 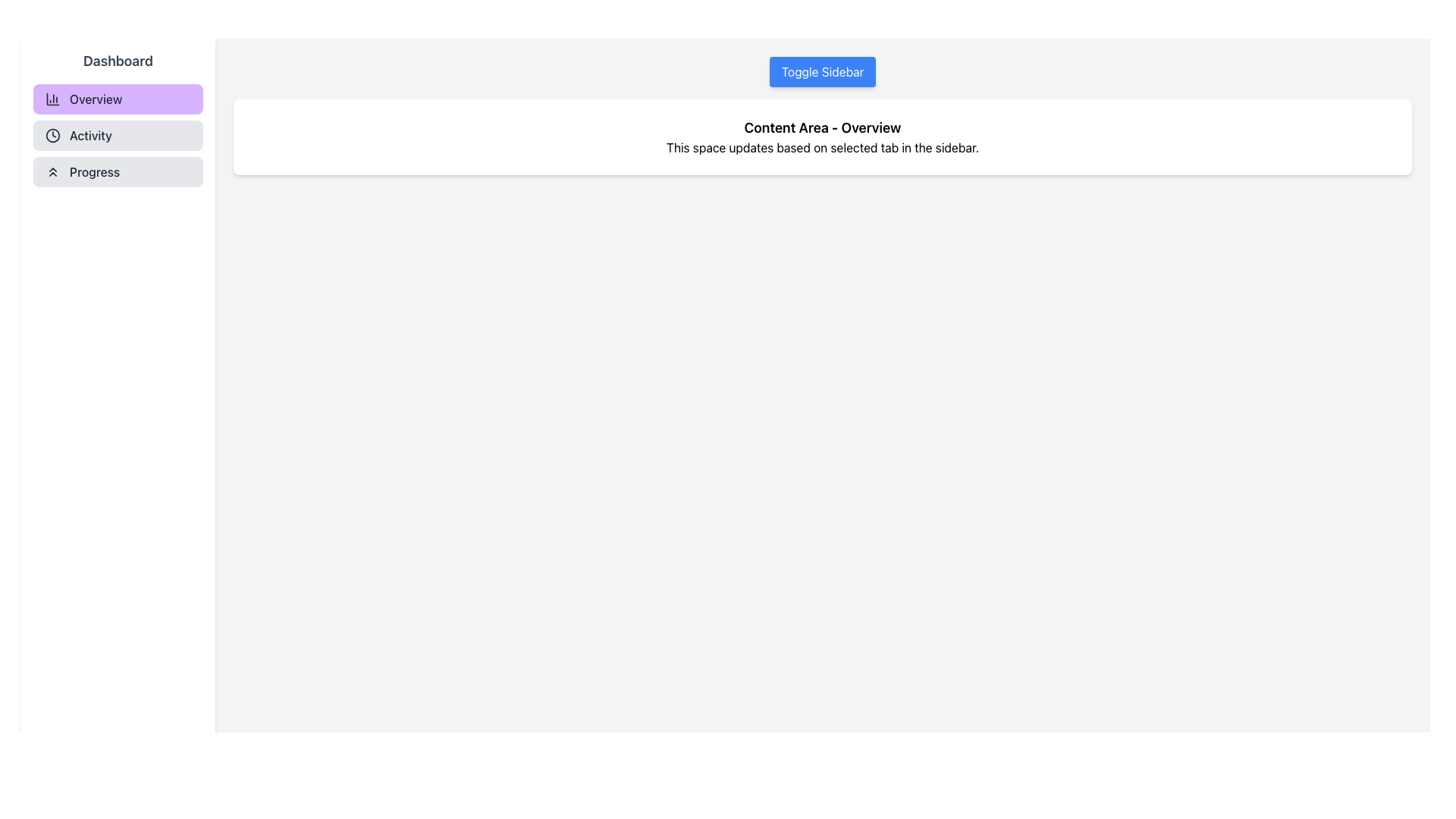 I want to click on the Descriptive Text element that reads 'This space updates based on selected tab in the sidebar.', which is located beneath the heading 'Content Area - Overview', so click(x=821, y=148).